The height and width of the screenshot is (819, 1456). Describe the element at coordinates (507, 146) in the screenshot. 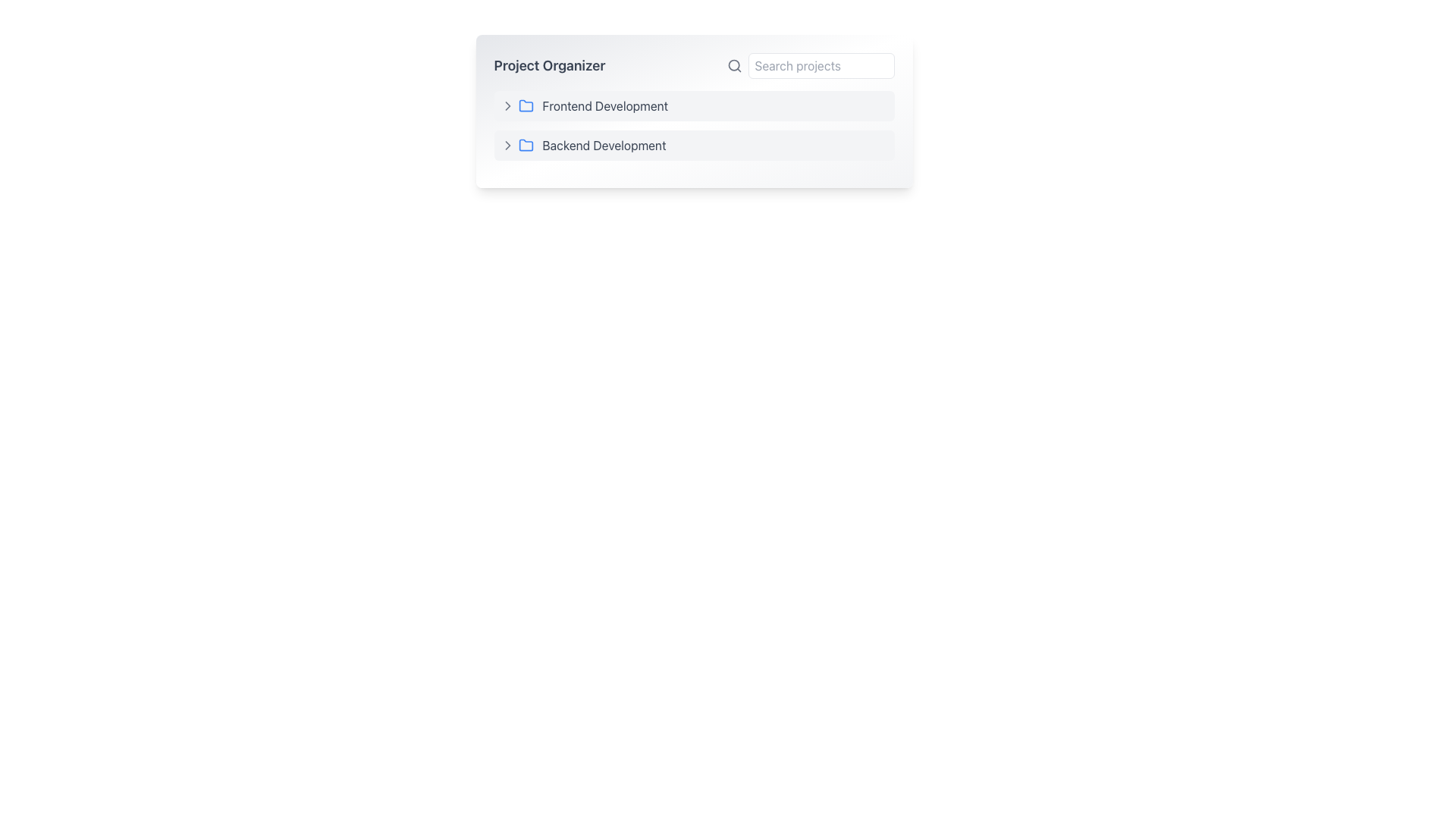

I see `the Chevron icon` at that location.